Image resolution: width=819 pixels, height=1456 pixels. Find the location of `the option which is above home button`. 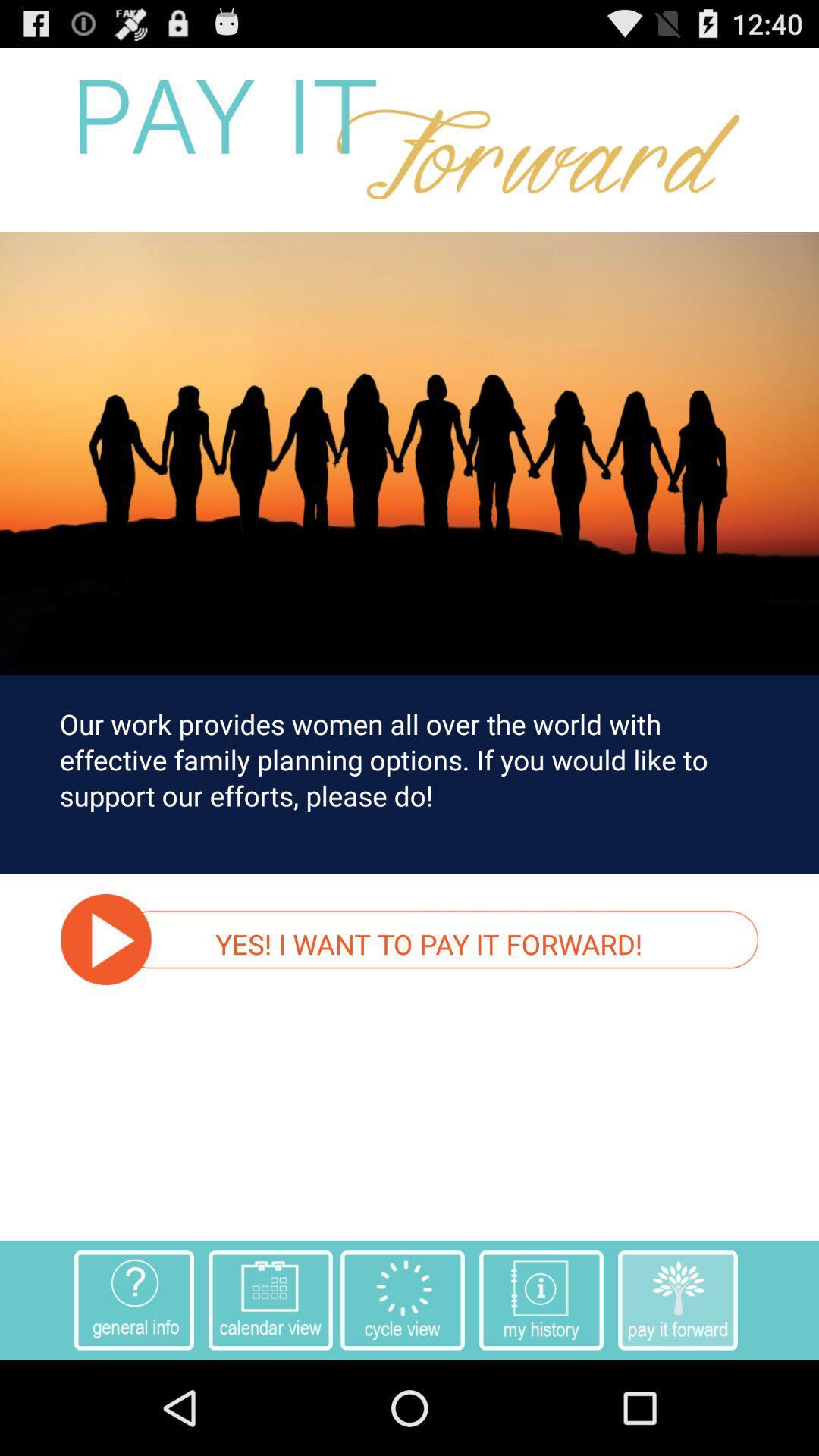

the option which is above home button is located at coordinates (402, 1299).